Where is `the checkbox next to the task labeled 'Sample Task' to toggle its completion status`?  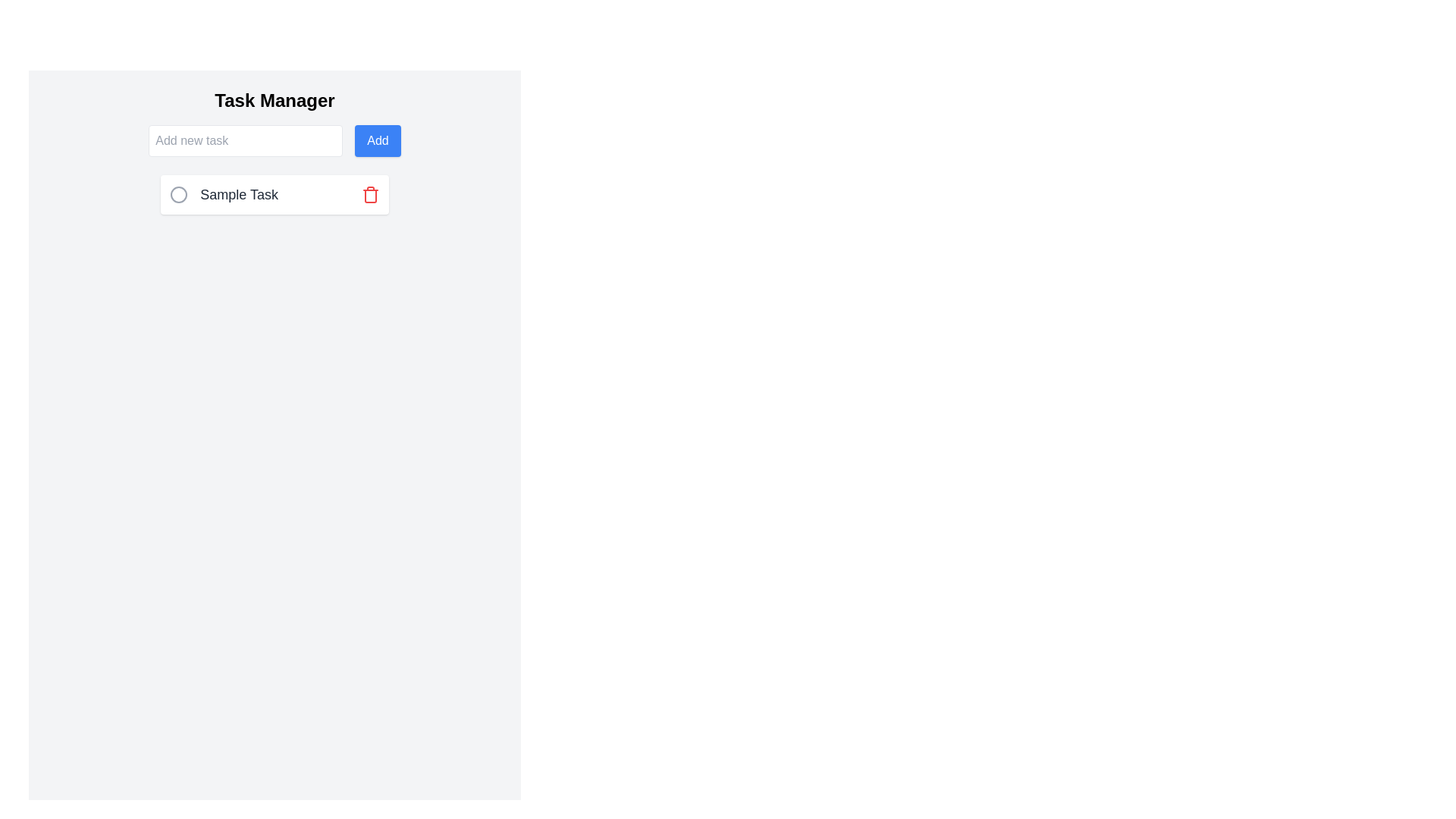
the checkbox next to the task labeled 'Sample Task' to toggle its completion status is located at coordinates (179, 194).